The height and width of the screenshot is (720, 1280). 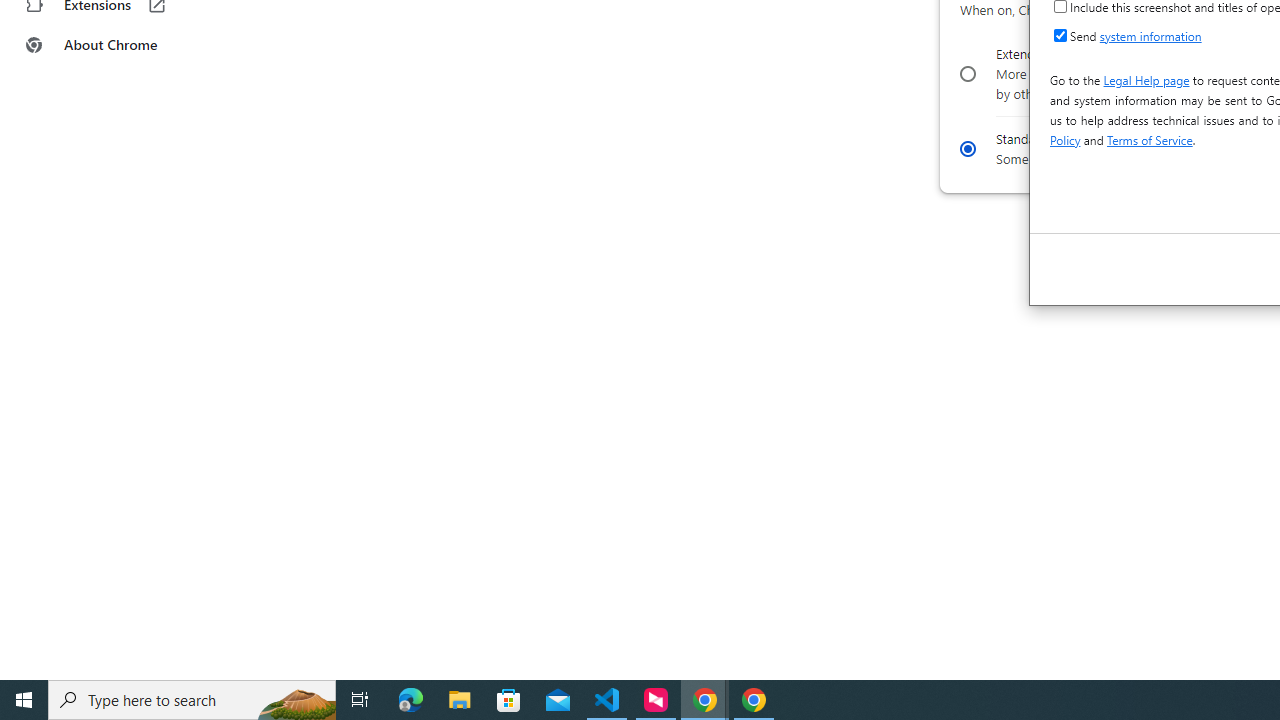 What do you see at coordinates (1146, 78) in the screenshot?
I see `'Legal Help page'` at bounding box center [1146, 78].